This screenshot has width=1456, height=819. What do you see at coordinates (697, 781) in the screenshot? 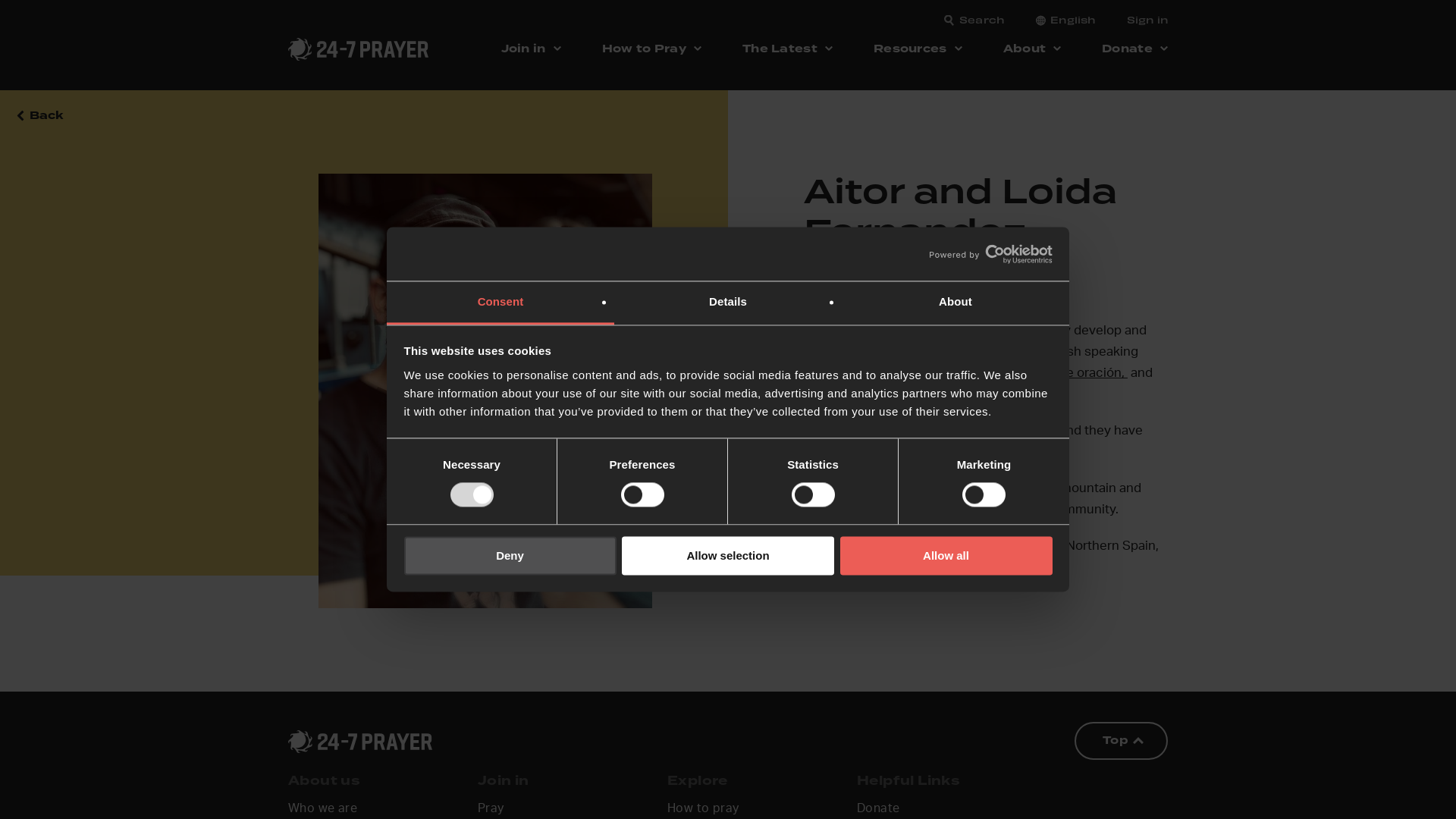
I see `'Explore'` at bounding box center [697, 781].